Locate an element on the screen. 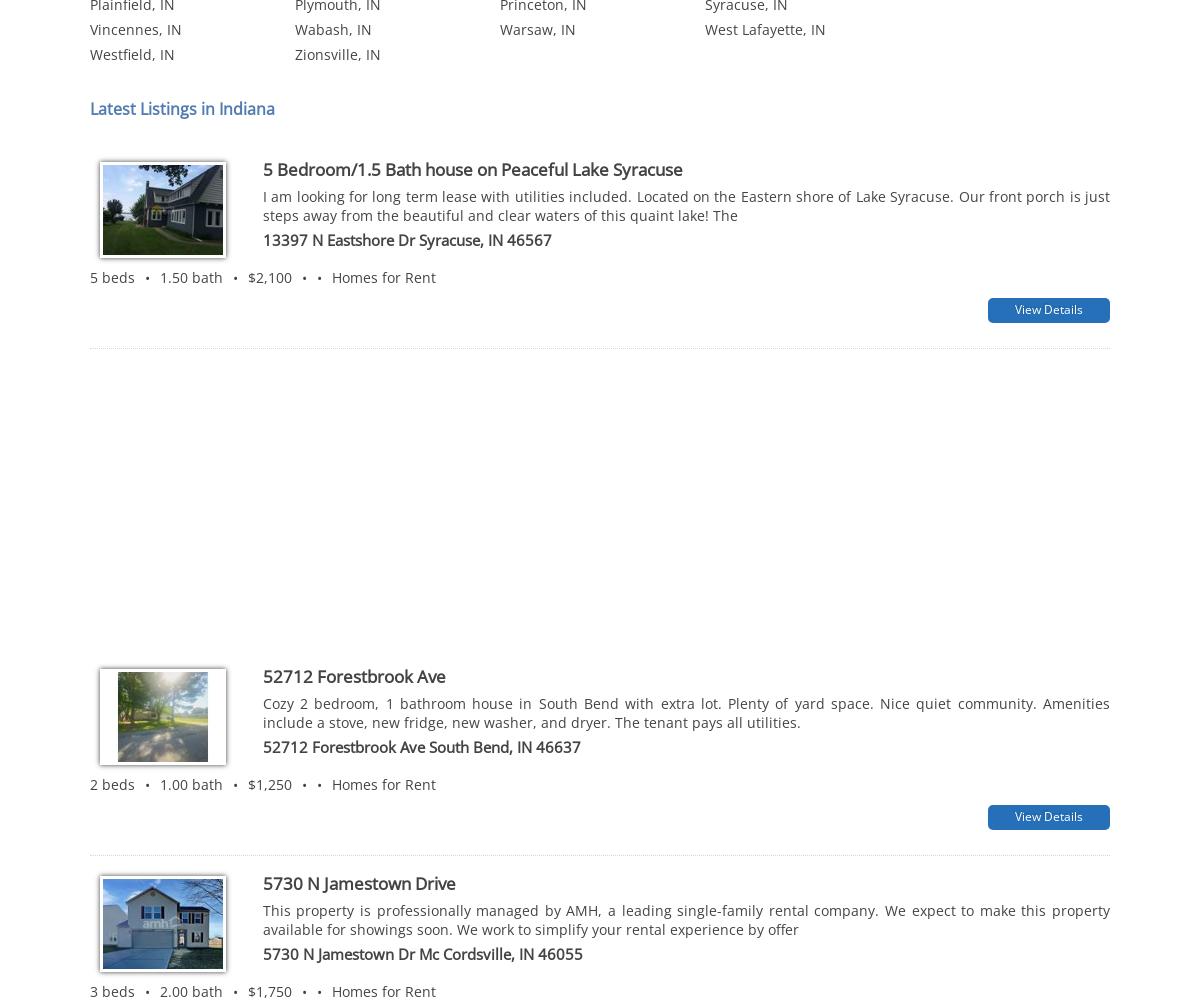 Image resolution: width=1200 pixels, height=1005 pixels. '1.50 bath' is located at coordinates (190, 275).